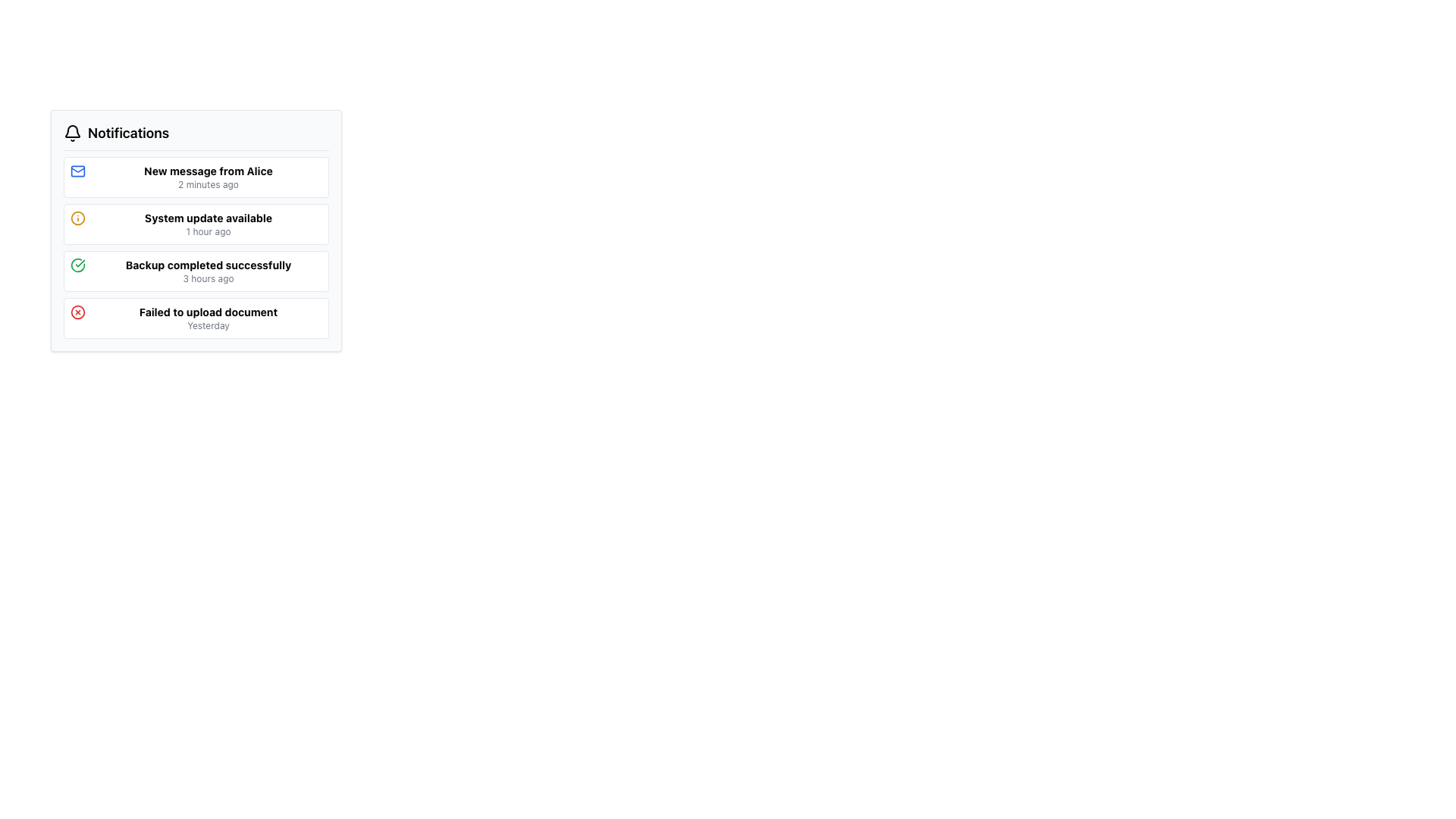  What do you see at coordinates (77, 171) in the screenshot?
I see `the blue envelope icon located next to the 'New message from Alice' text in the notification list` at bounding box center [77, 171].